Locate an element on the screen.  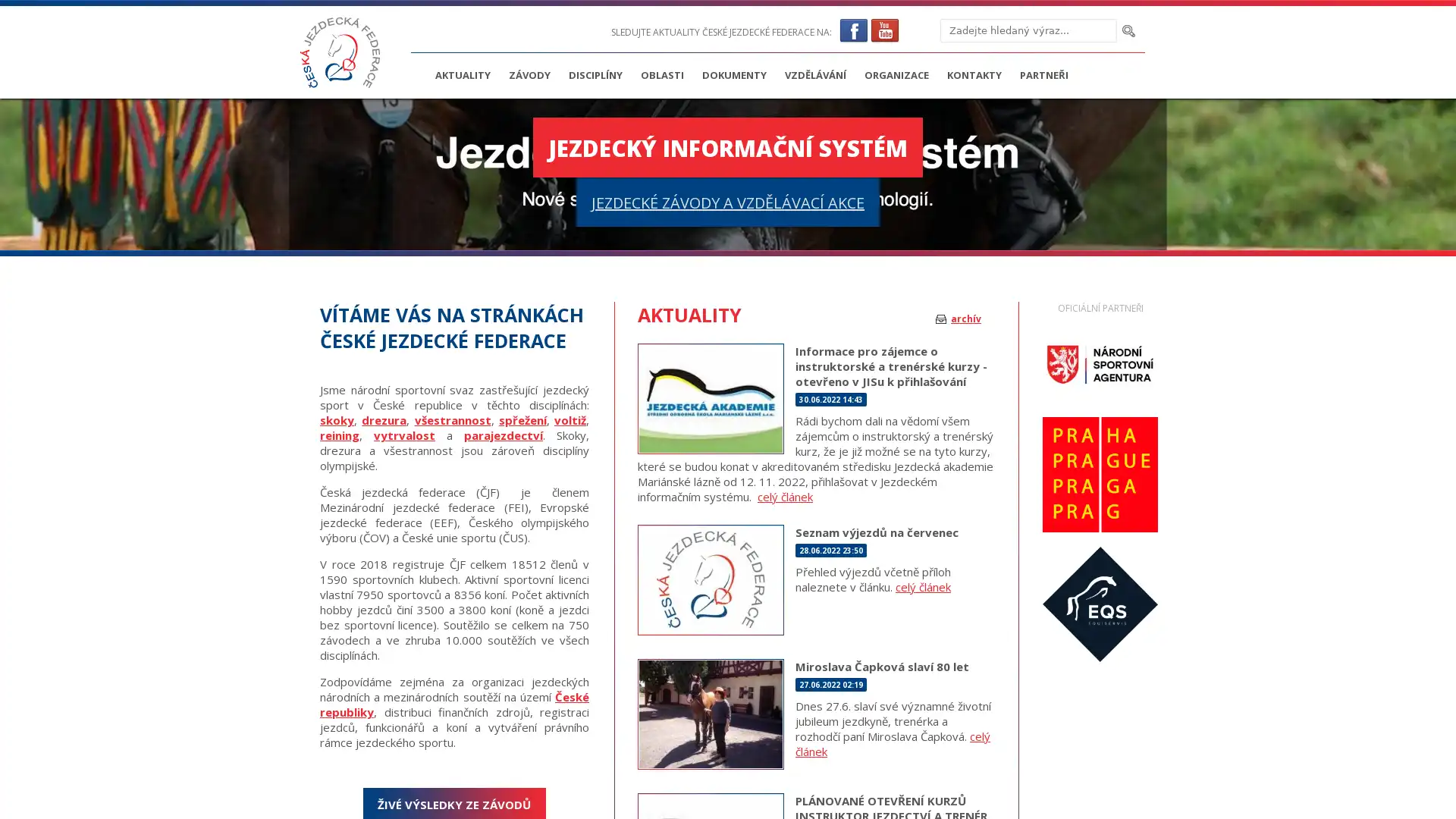
Hledat is located at coordinates (1128, 30).